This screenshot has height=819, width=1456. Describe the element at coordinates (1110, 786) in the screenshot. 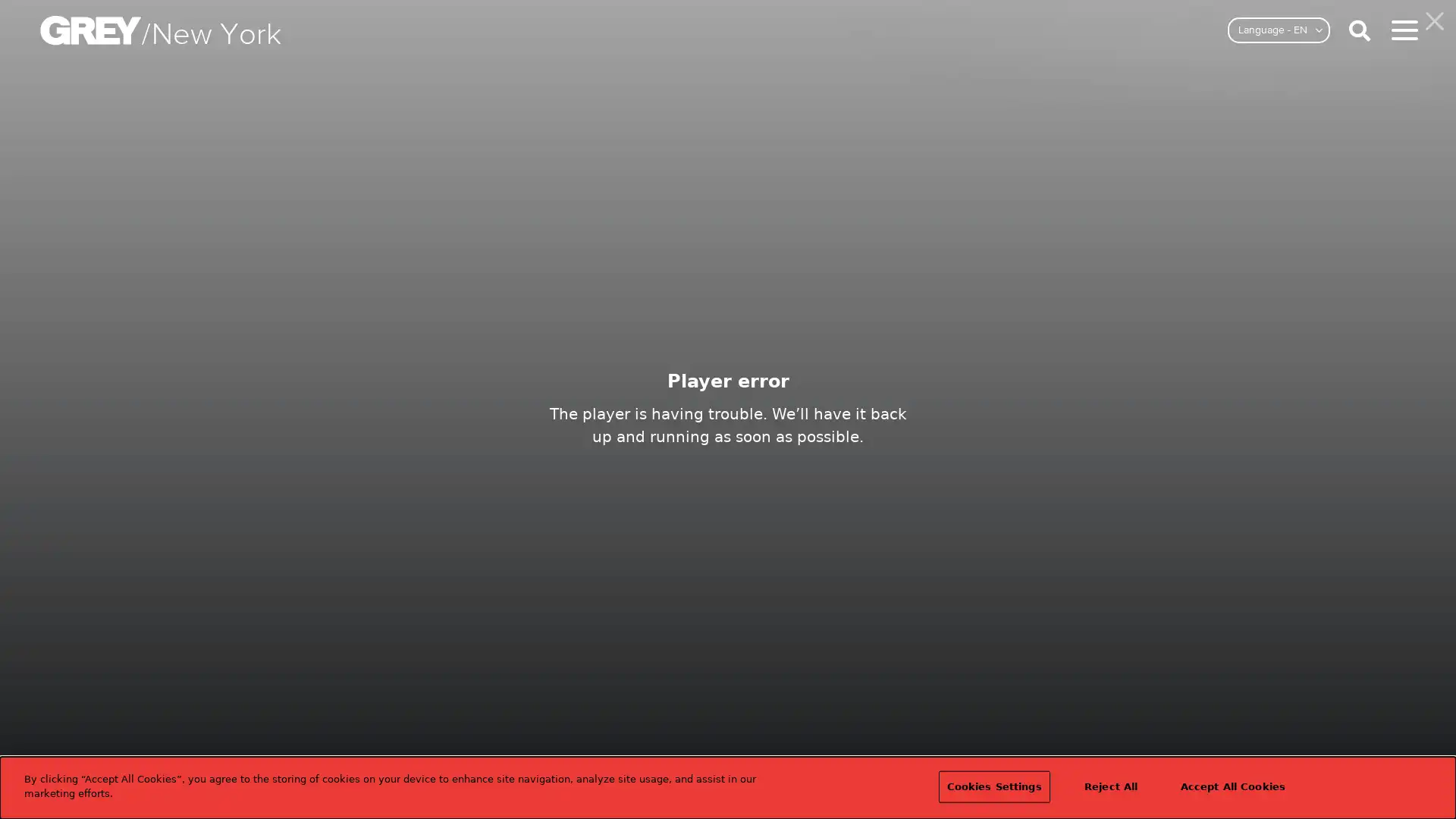

I see `Reject All` at that location.